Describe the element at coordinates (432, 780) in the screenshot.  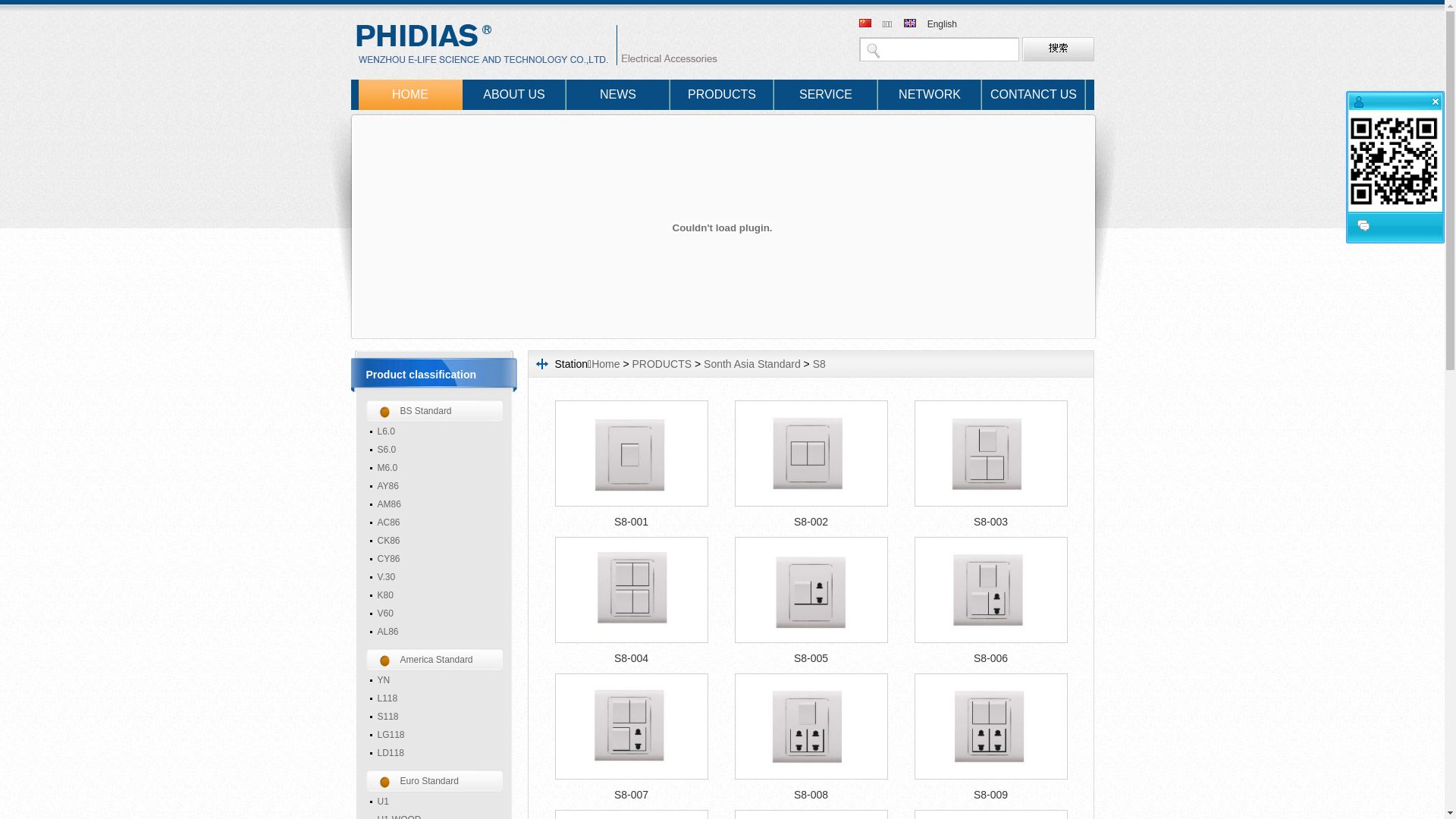
I see `'Euro Standard'` at that location.